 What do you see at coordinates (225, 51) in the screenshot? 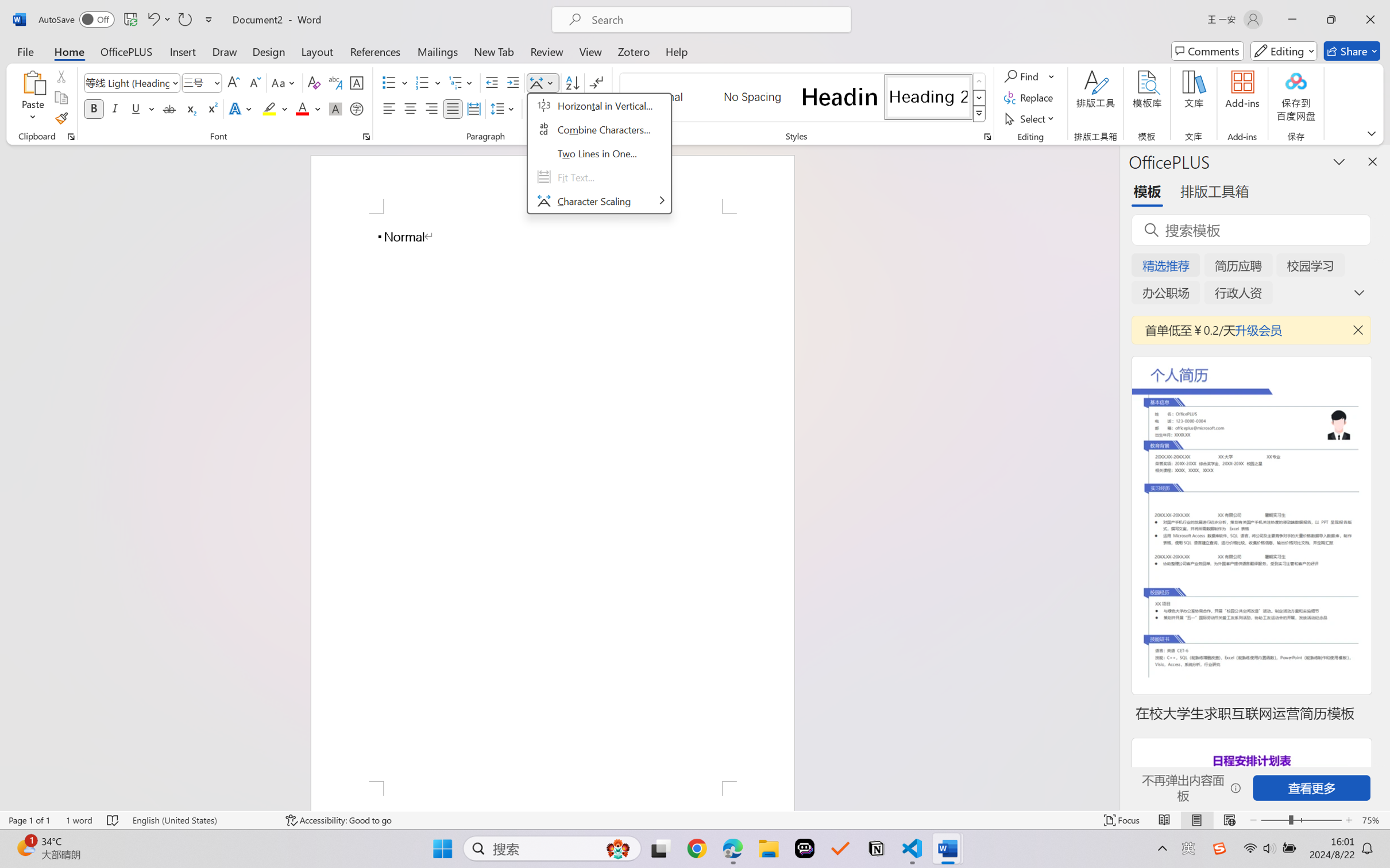
I see `'Draw'` at bounding box center [225, 51].